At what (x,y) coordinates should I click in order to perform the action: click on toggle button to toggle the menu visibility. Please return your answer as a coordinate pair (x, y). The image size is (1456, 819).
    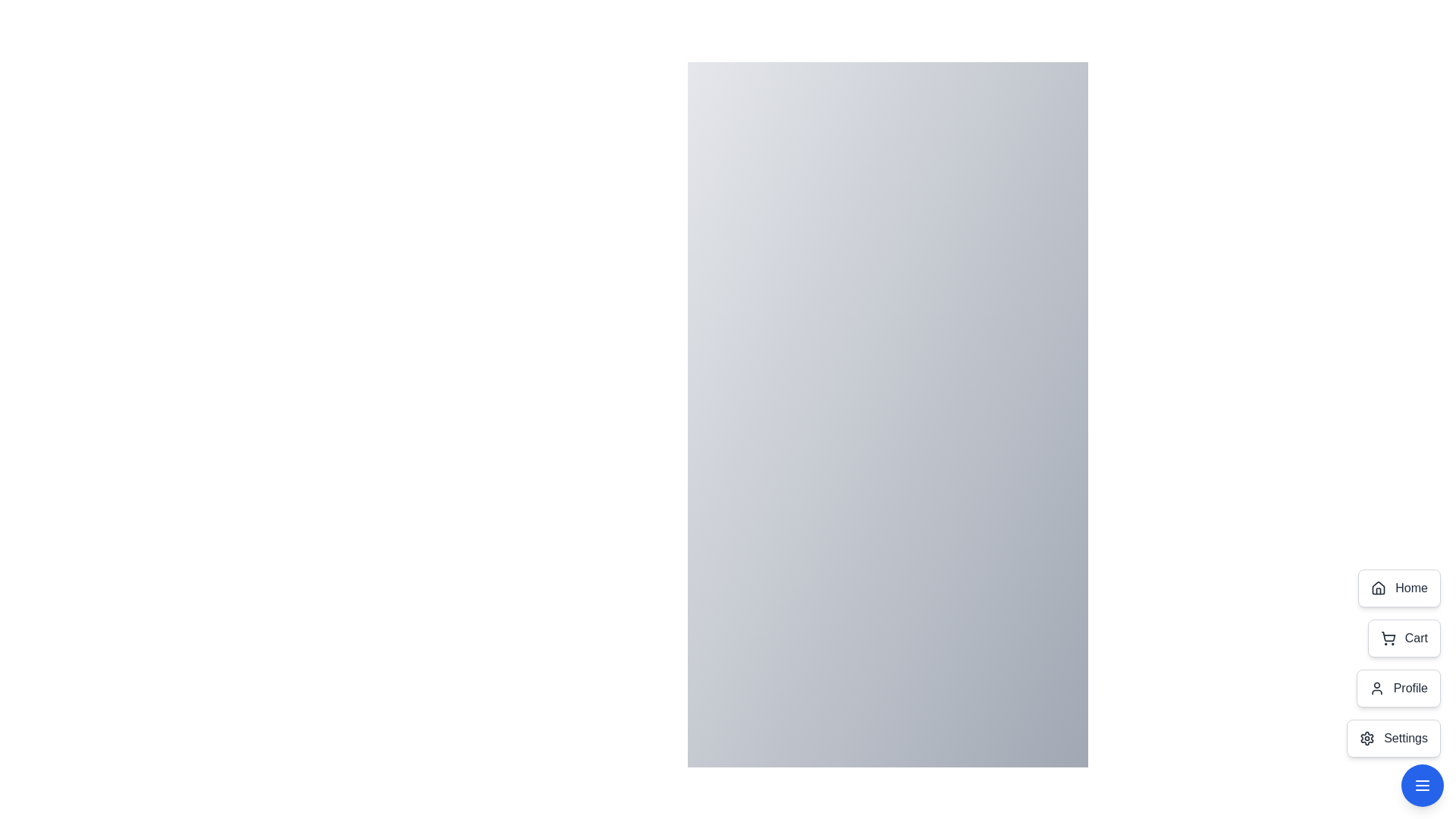
    Looking at the image, I should click on (1422, 785).